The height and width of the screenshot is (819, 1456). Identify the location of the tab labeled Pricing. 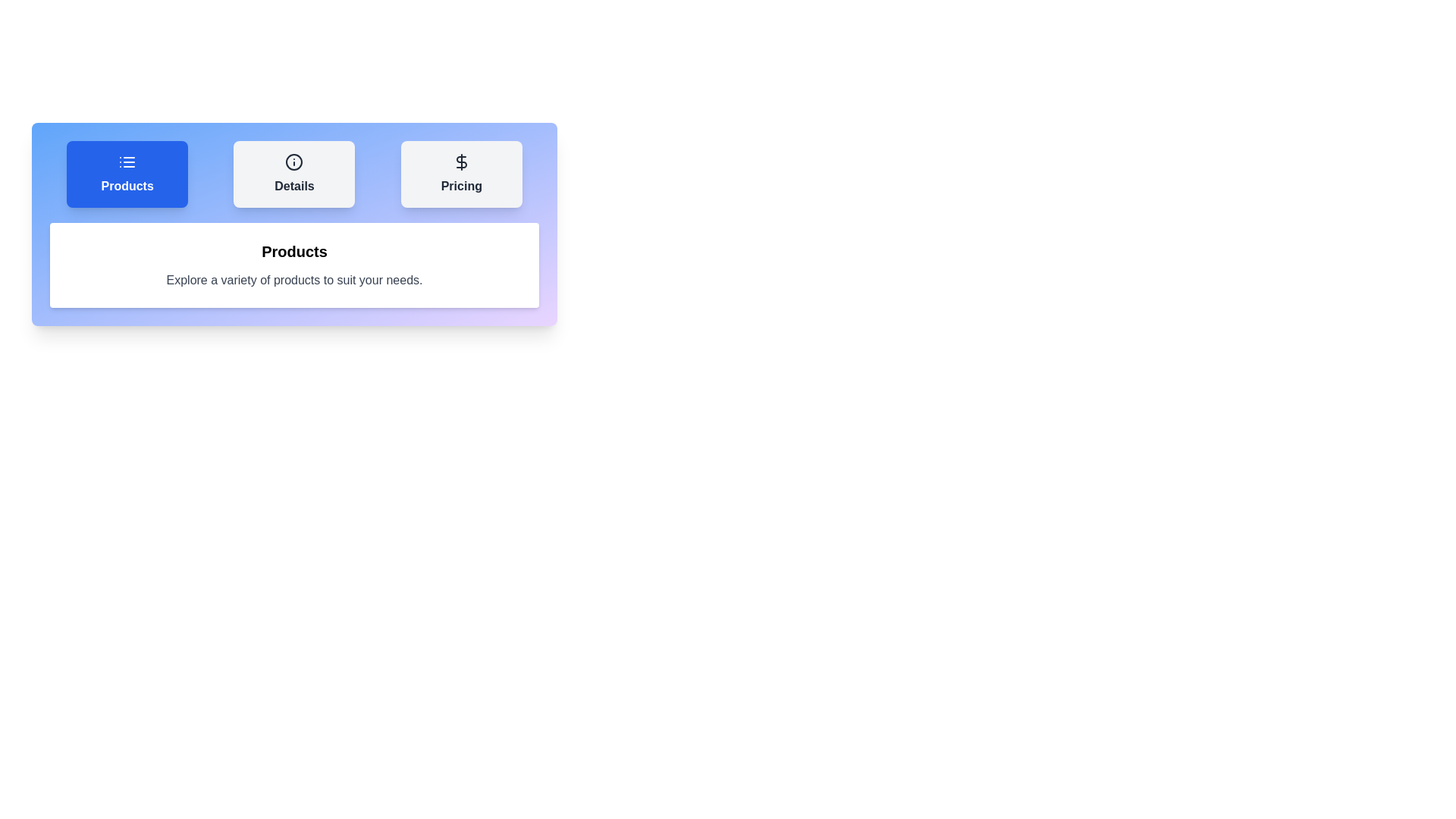
(460, 174).